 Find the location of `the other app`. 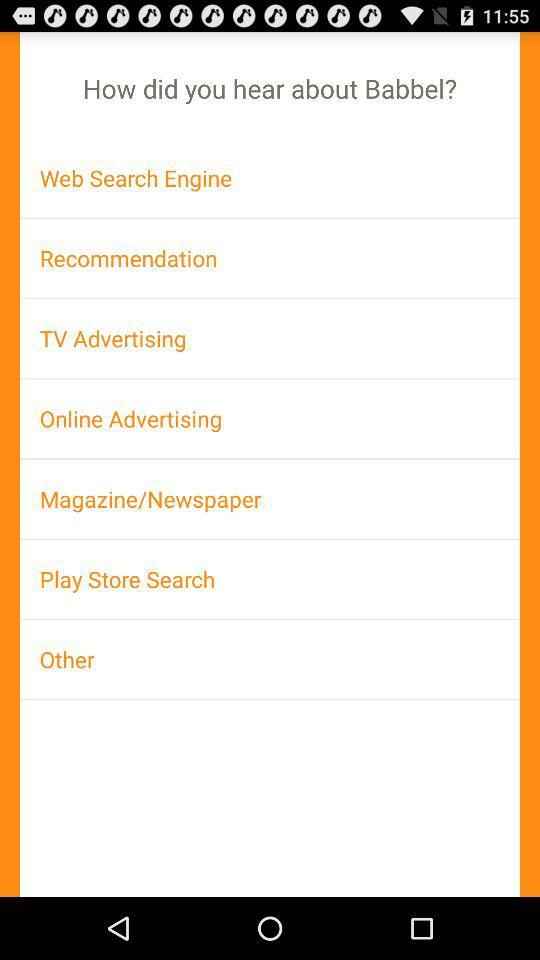

the other app is located at coordinates (270, 658).